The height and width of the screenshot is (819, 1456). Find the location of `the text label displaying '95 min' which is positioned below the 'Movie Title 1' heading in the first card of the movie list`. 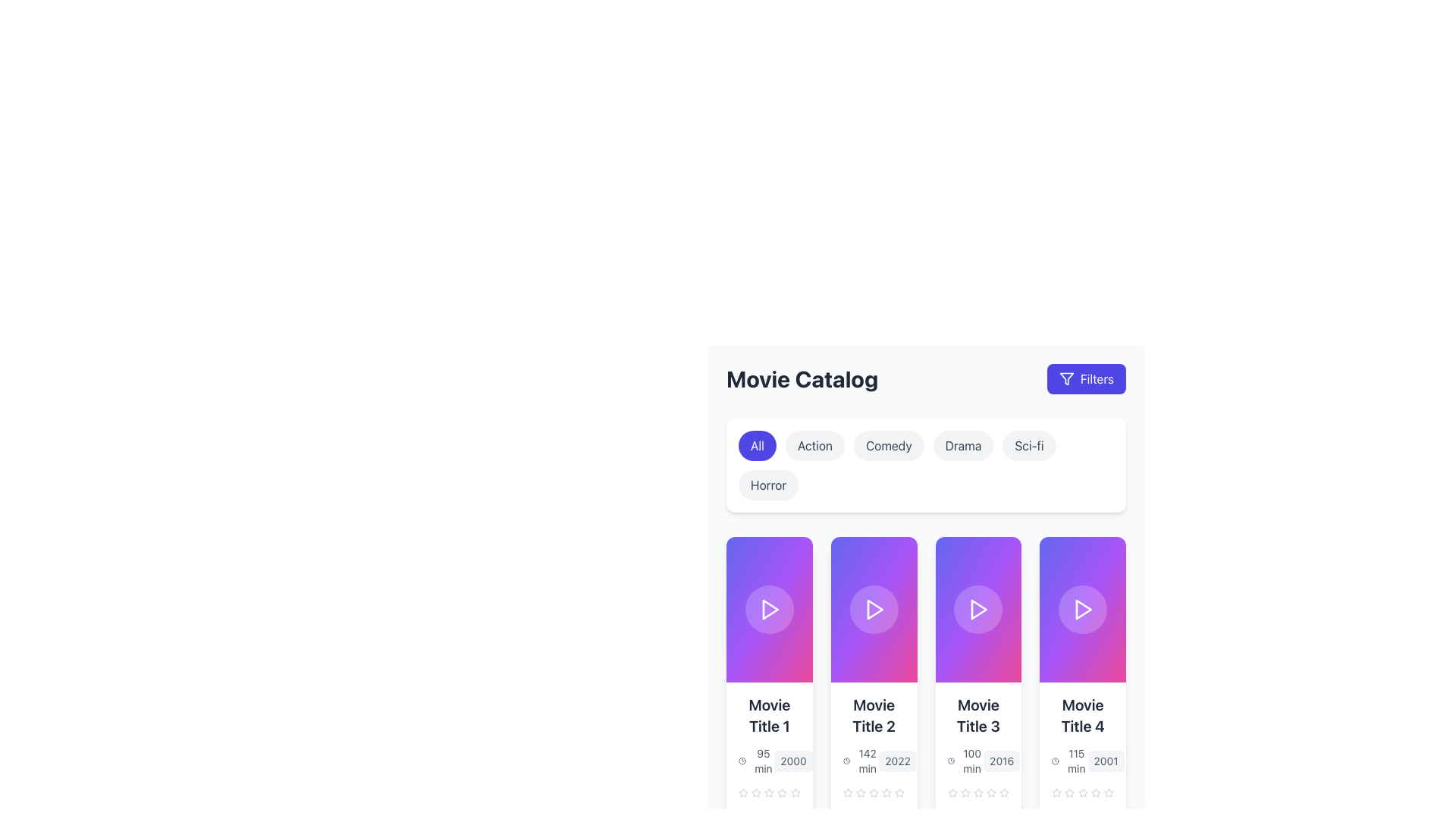

the text label displaying '95 min' which is positioned below the 'Movie Title 1' heading in the first card of the movie list is located at coordinates (763, 761).